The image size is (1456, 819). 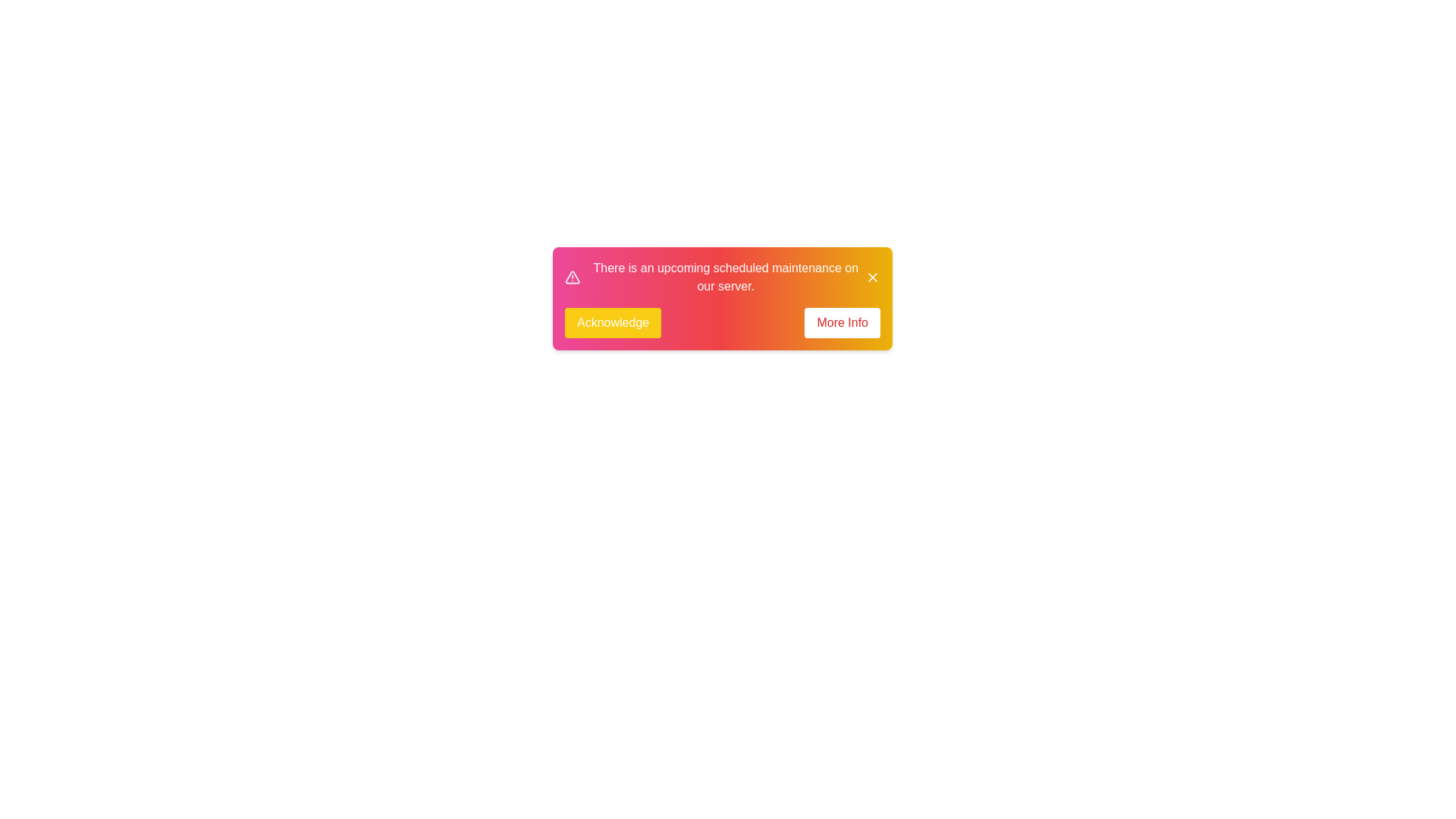 I want to click on 'More Info' button to retrieve additional information, so click(x=841, y=322).